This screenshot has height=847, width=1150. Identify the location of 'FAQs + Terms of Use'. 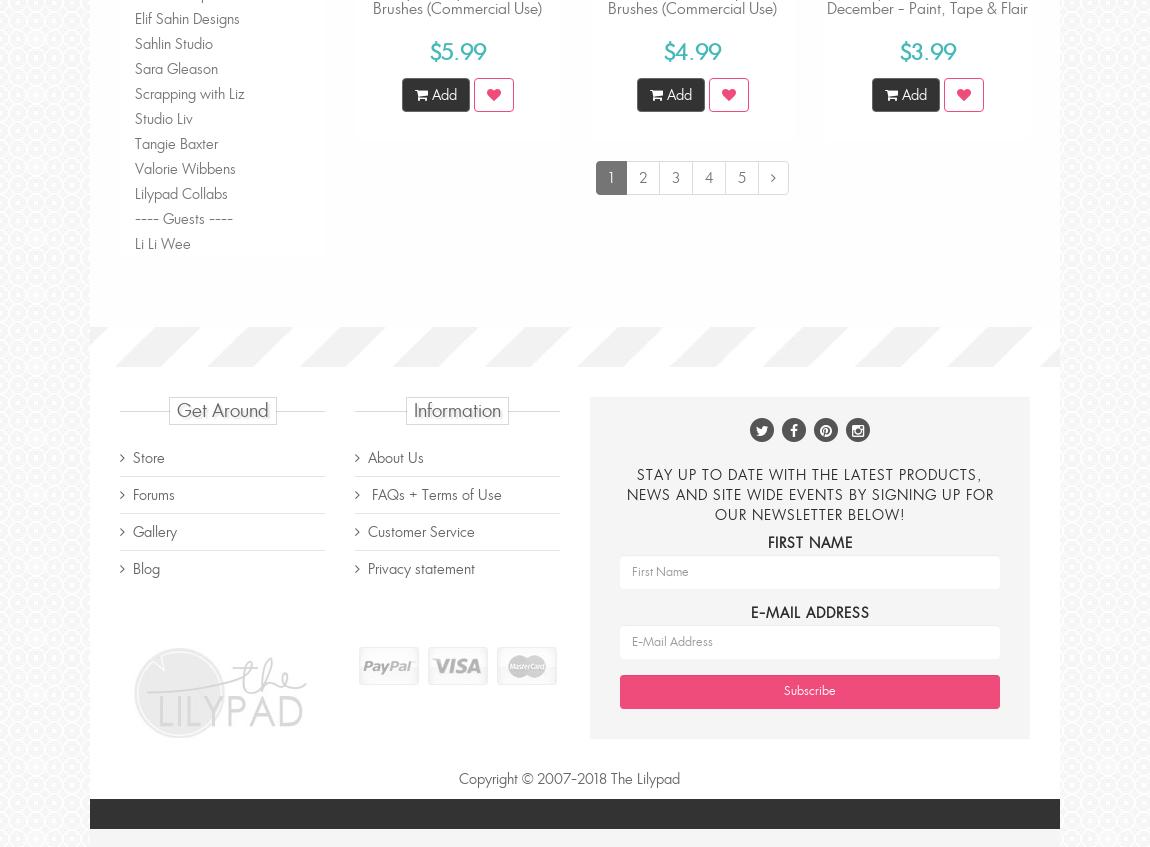
(435, 492).